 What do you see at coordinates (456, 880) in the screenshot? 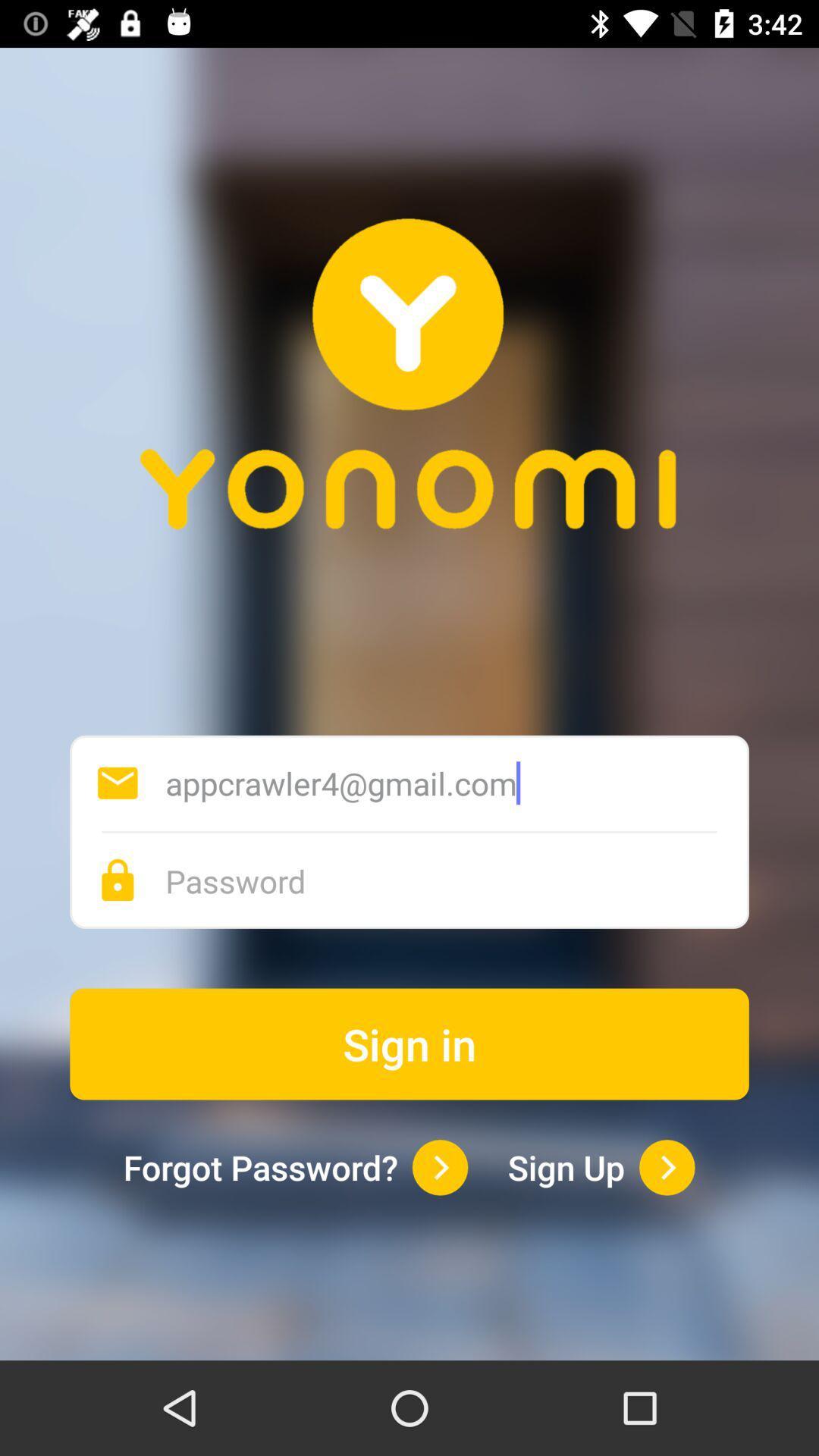
I see `your password` at bounding box center [456, 880].